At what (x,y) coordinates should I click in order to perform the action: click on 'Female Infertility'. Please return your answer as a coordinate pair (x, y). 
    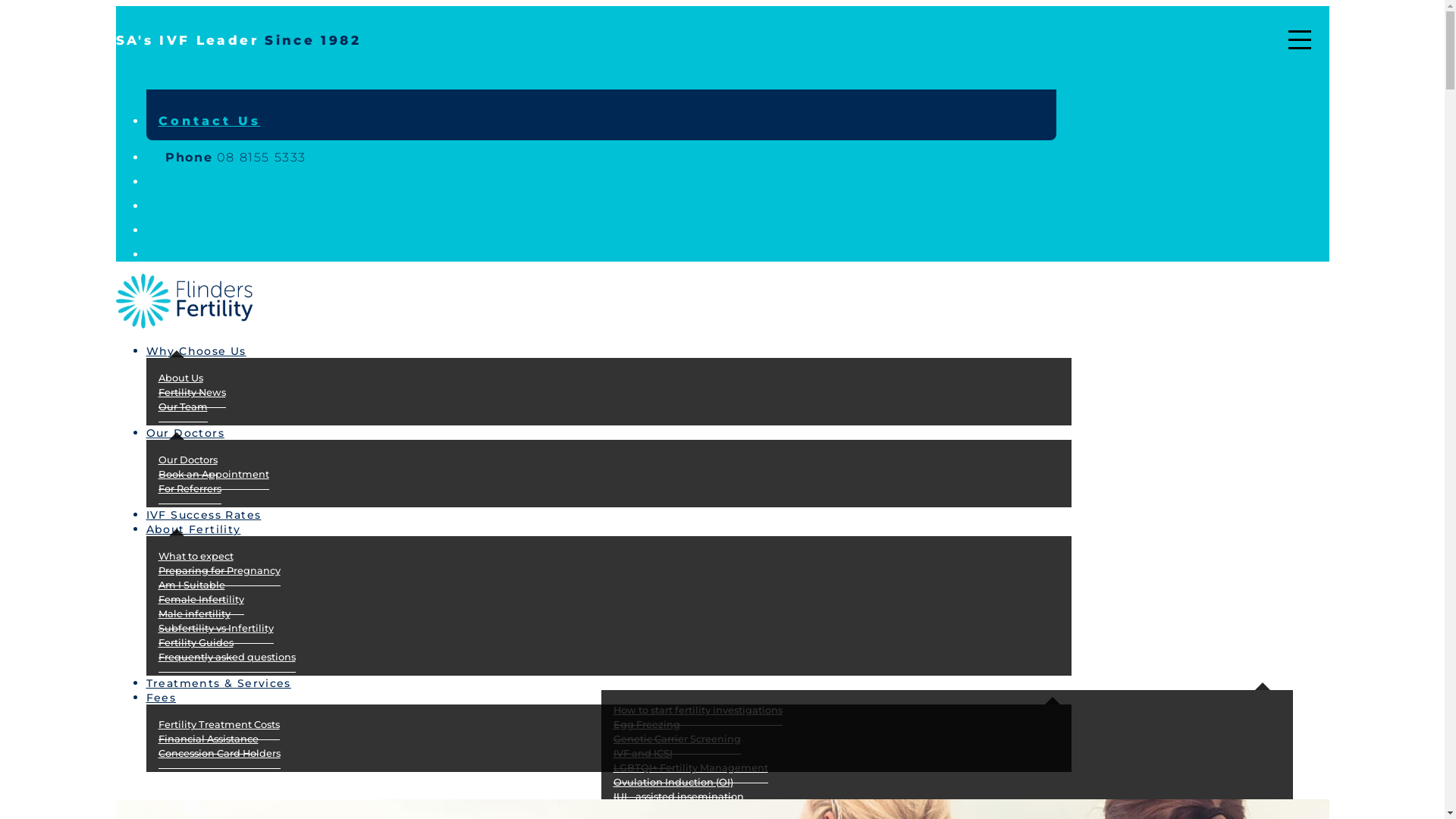
    Looking at the image, I should click on (199, 598).